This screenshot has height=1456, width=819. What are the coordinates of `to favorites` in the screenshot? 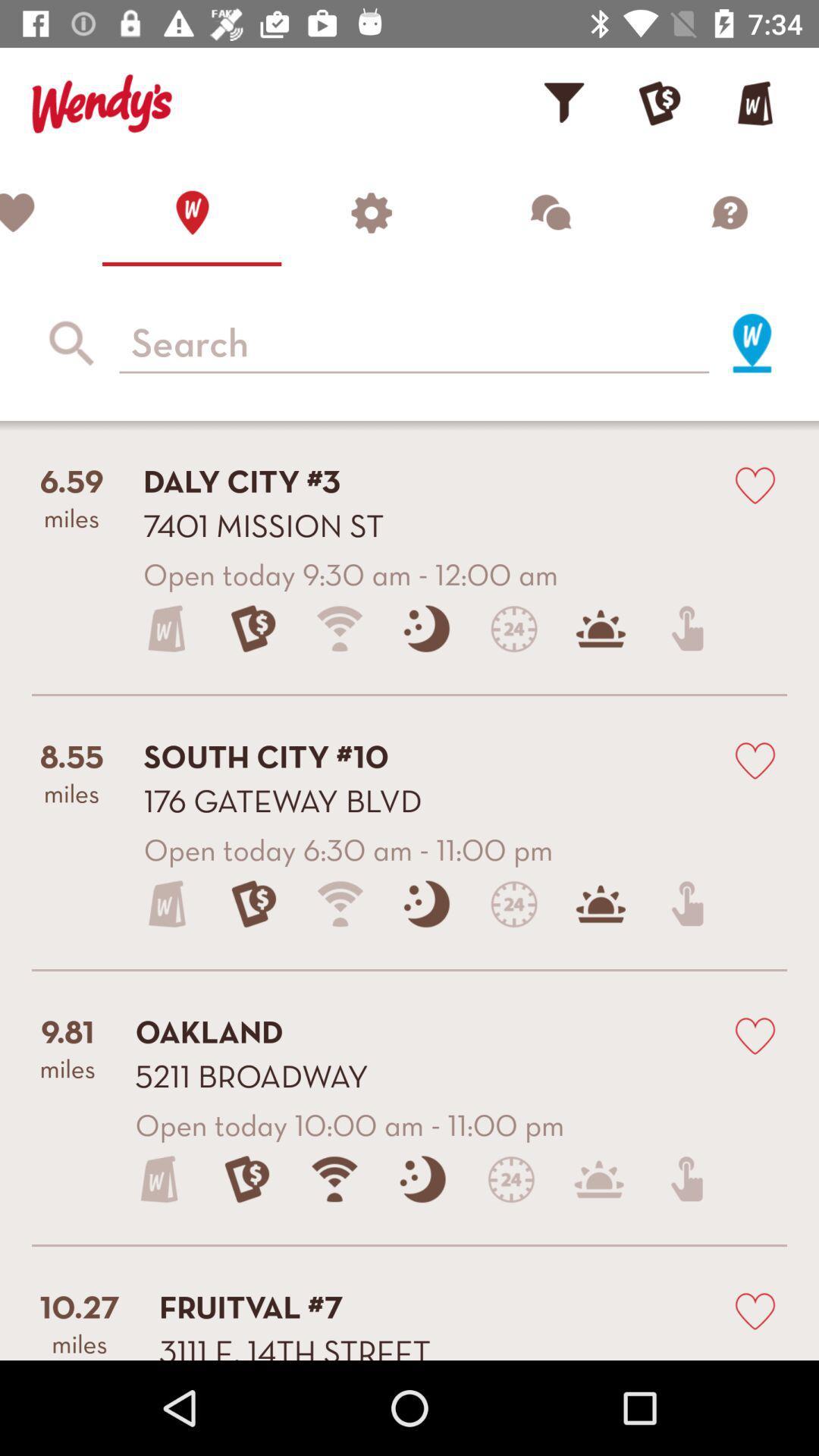 It's located at (50, 212).